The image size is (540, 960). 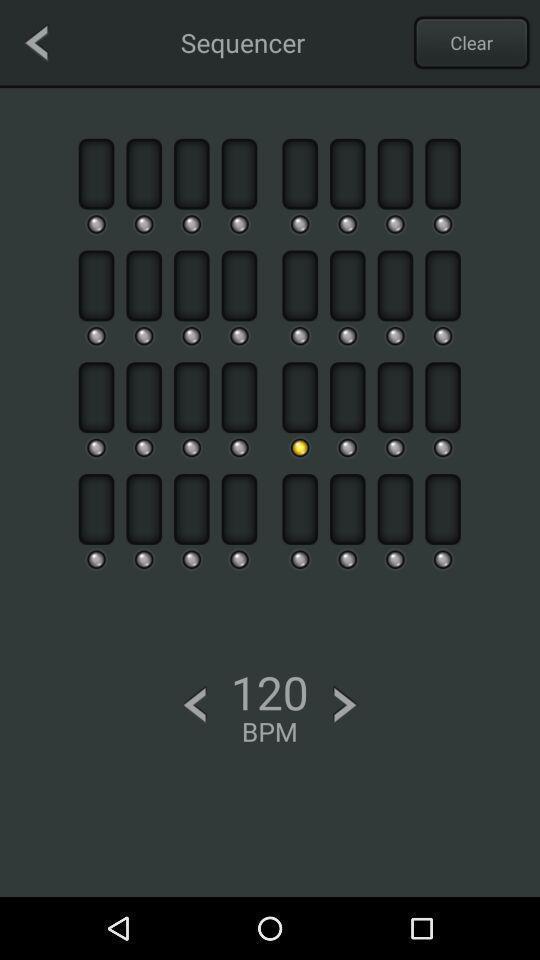 I want to click on bpm down button, so click(x=194, y=705).